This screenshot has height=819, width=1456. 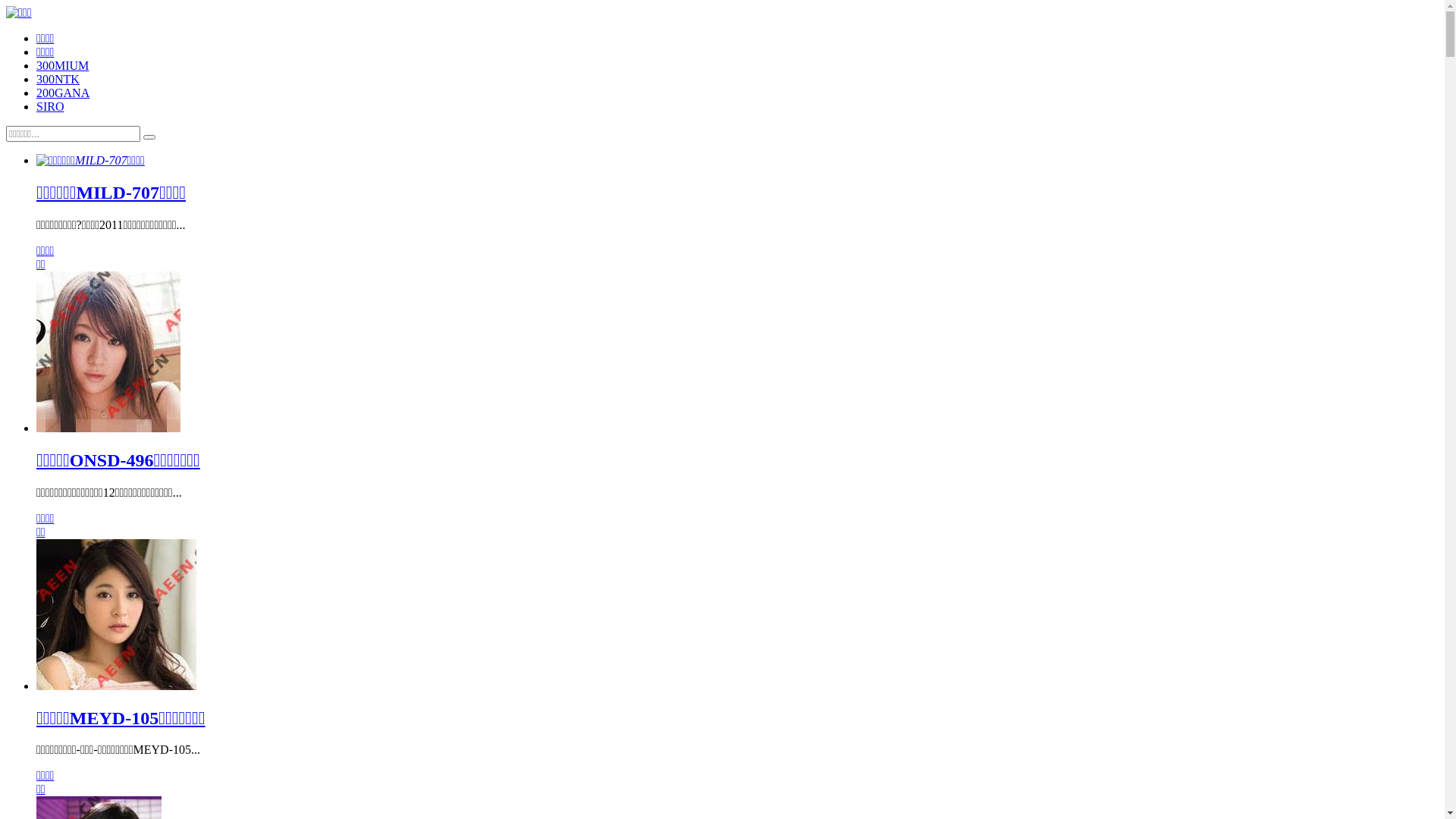 I want to click on '200GANA', so click(x=61, y=93).